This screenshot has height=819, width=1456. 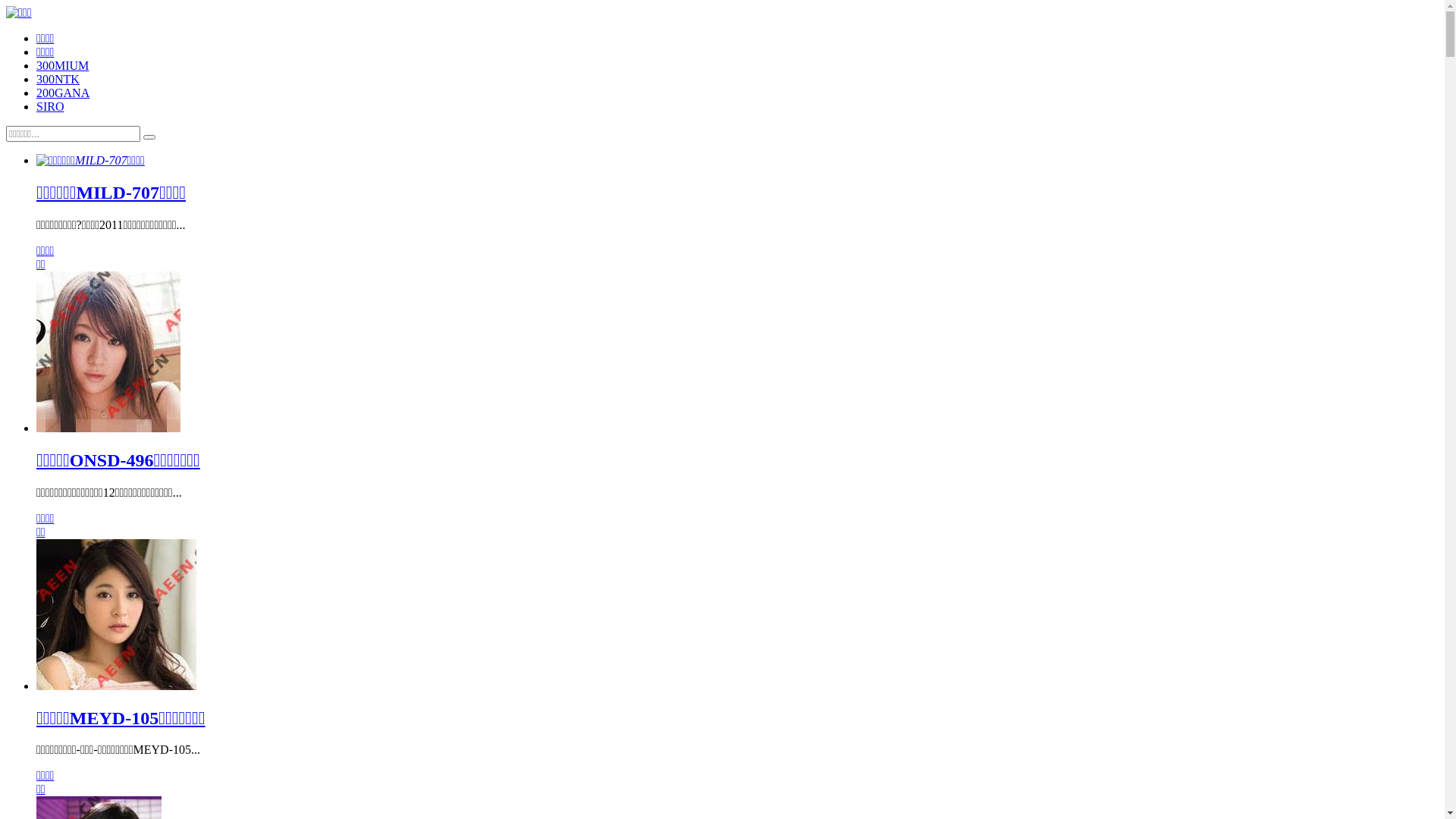 I want to click on '200GANA', so click(x=61, y=93).